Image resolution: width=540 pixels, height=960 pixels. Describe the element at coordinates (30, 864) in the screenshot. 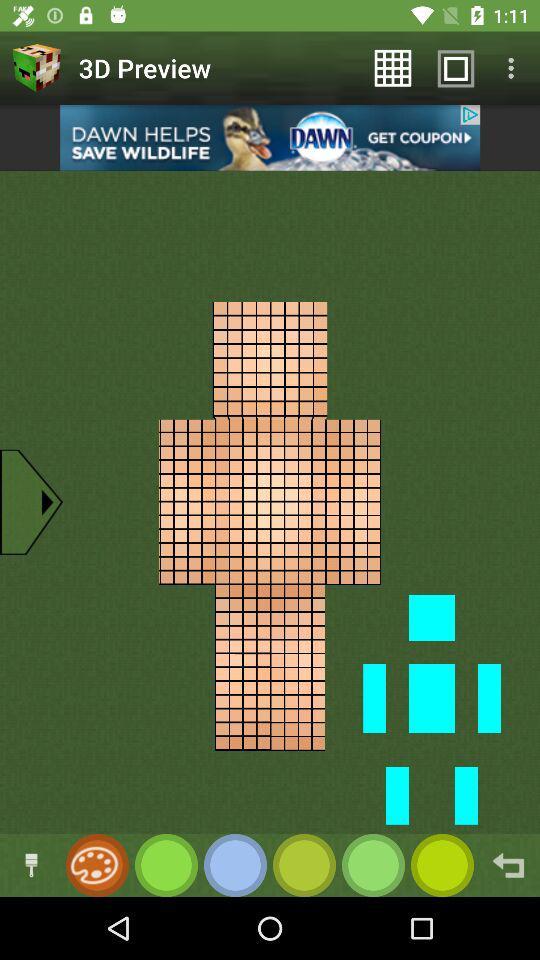

I see `change color` at that location.